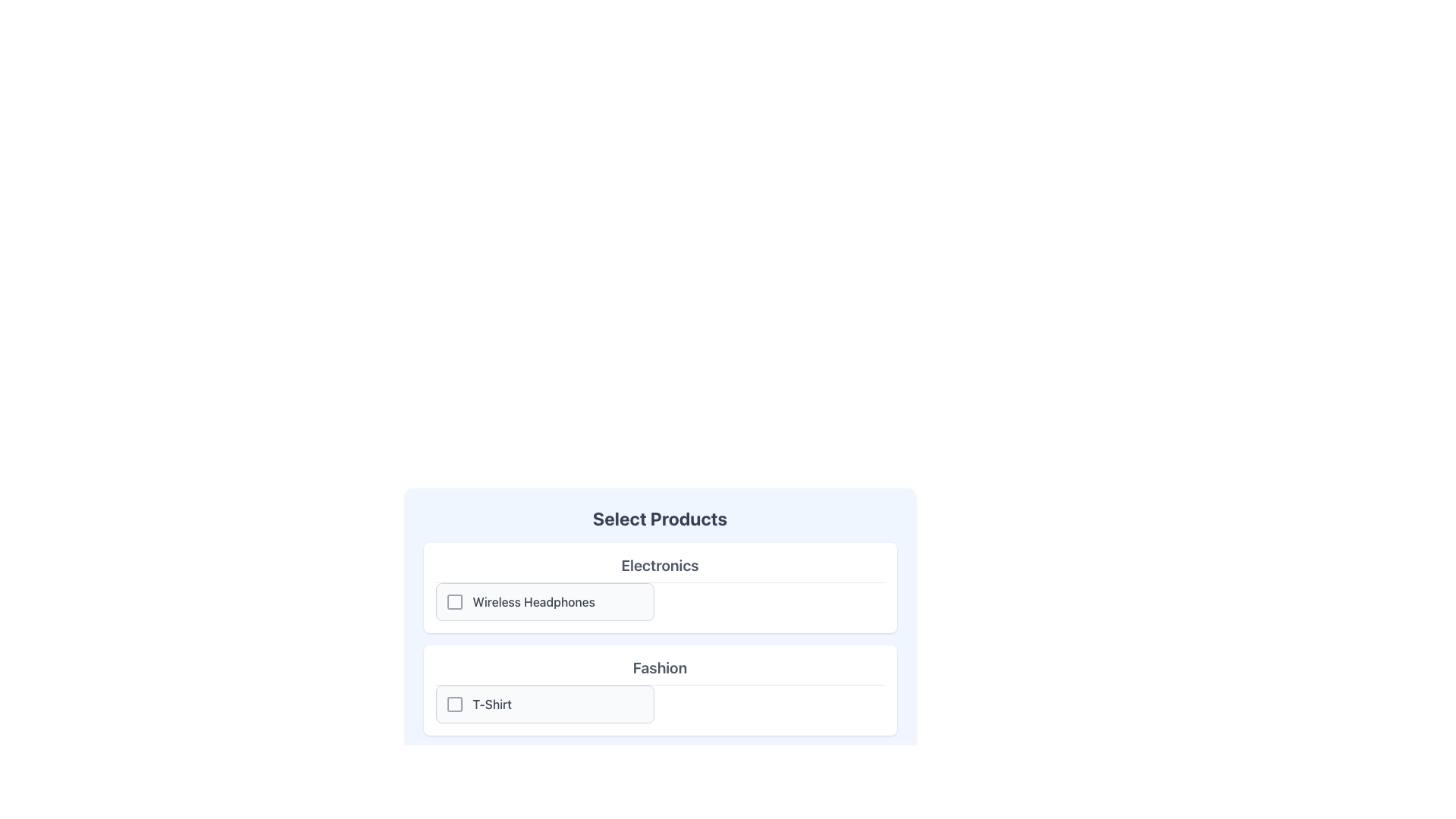  Describe the element at coordinates (534, 601) in the screenshot. I see `the text label displaying 'Wireless Headphones', which is styled with a gray font and is positioned next to a checkbox in the 'Electronics' selection group` at that location.